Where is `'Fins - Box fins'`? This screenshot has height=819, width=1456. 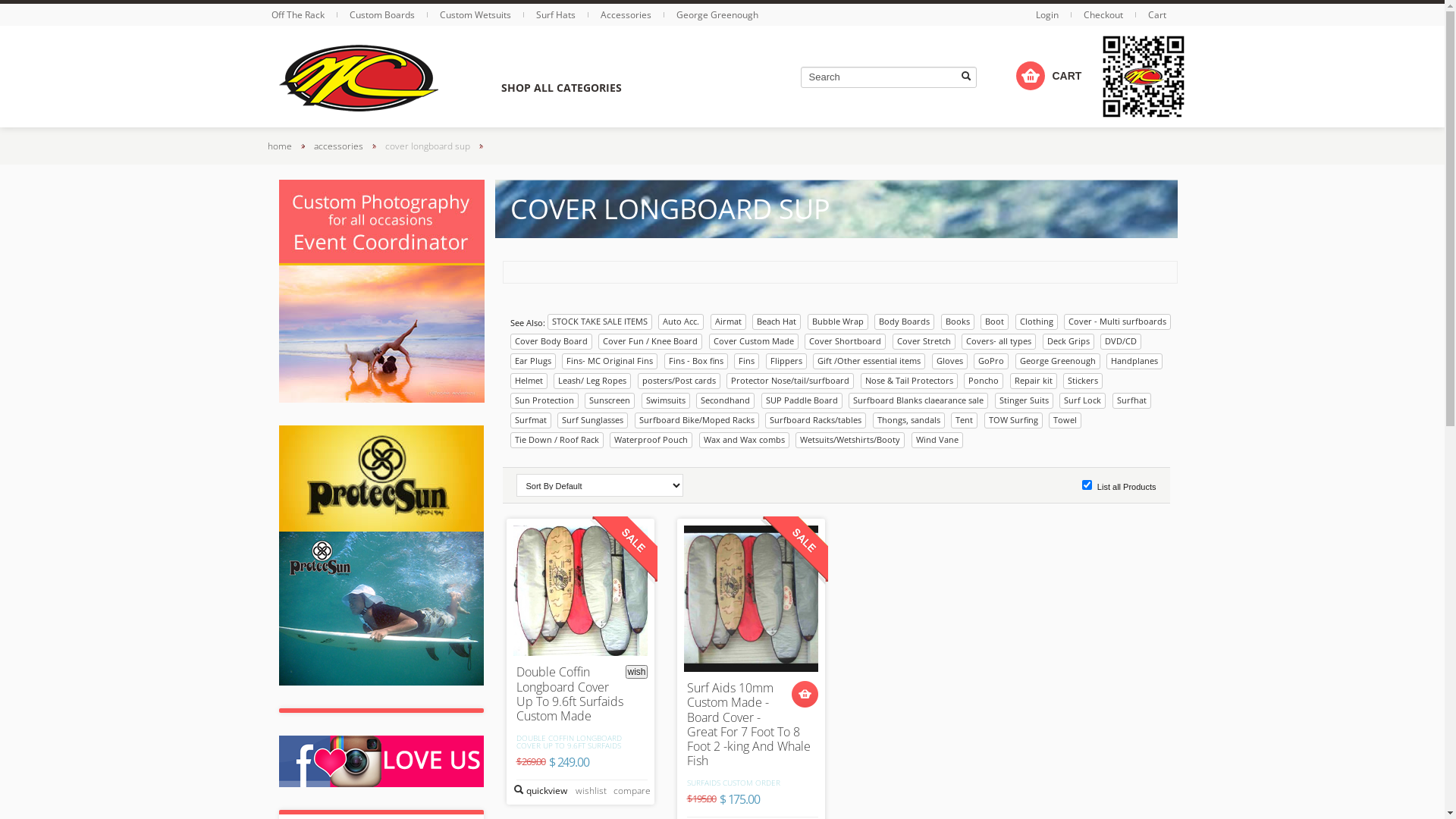
'Fins - Box fins' is located at coordinates (664, 361).